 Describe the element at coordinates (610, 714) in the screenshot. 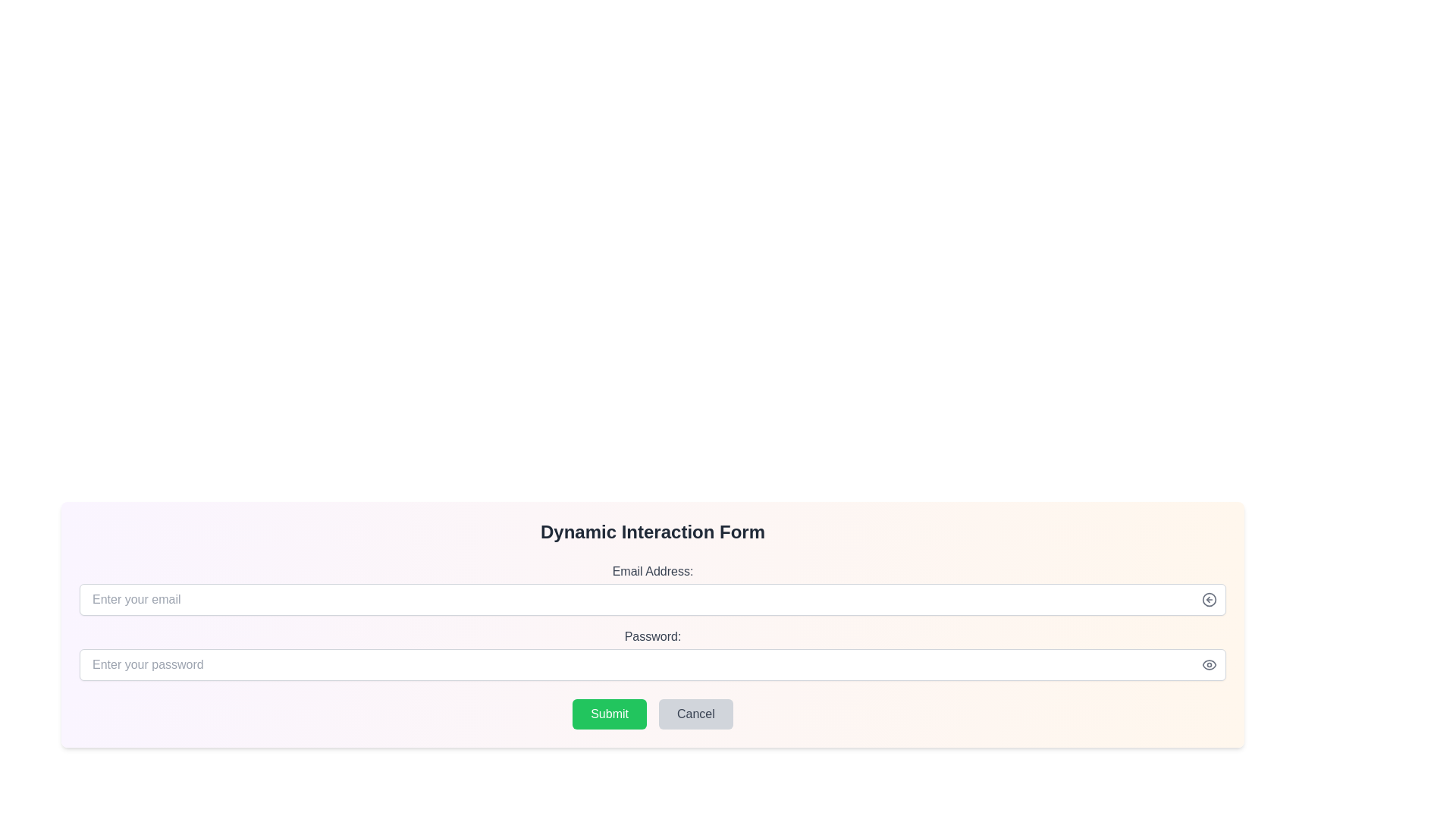

I see `the 'Submit' button, which is a rectangular button with a green background and white text, positioned at the bottom of the form` at that location.